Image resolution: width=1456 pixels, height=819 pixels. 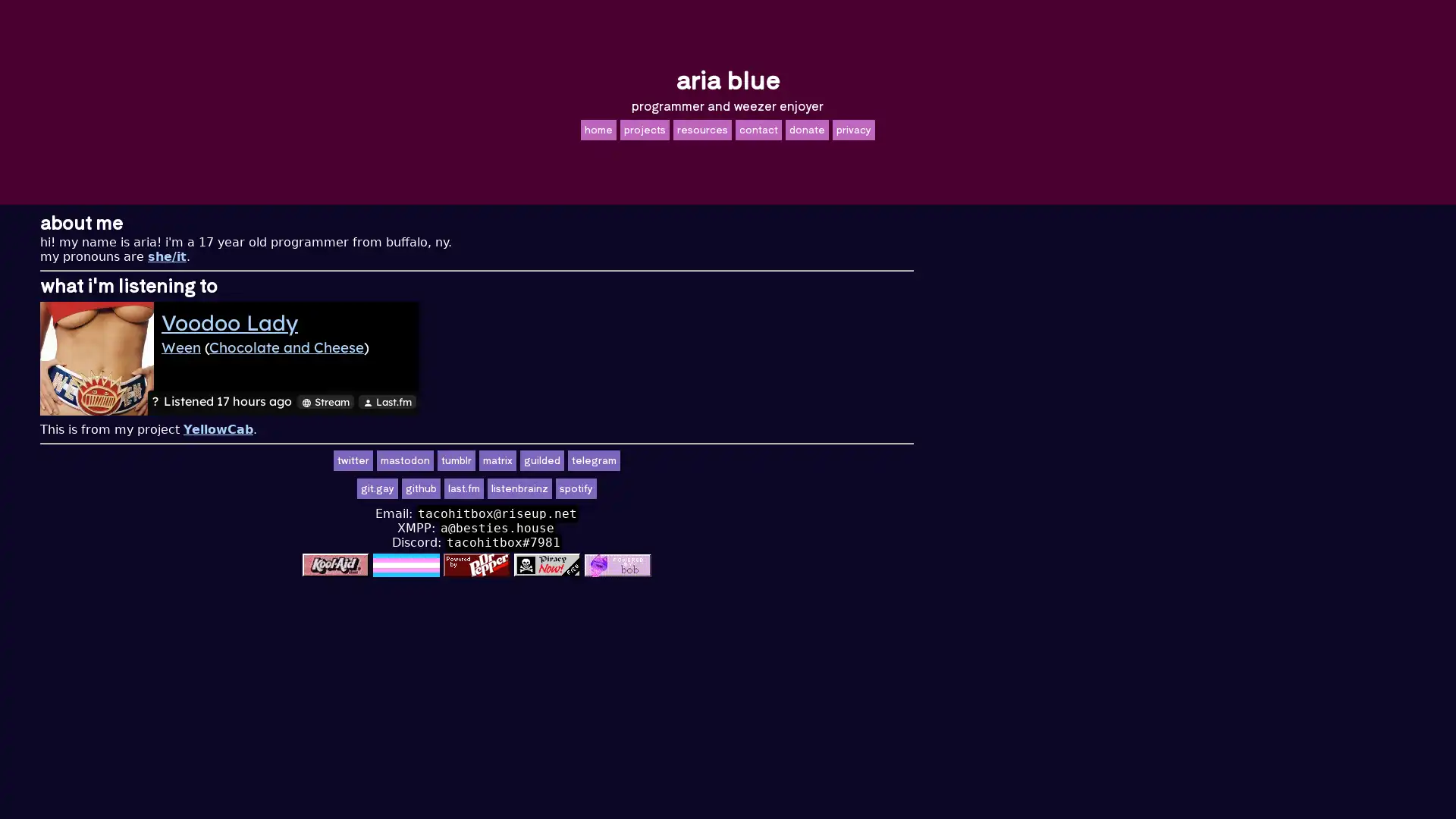 What do you see at coordinates (852, 128) in the screenshot?
I see `privacy` at bounding box center [852, 128].